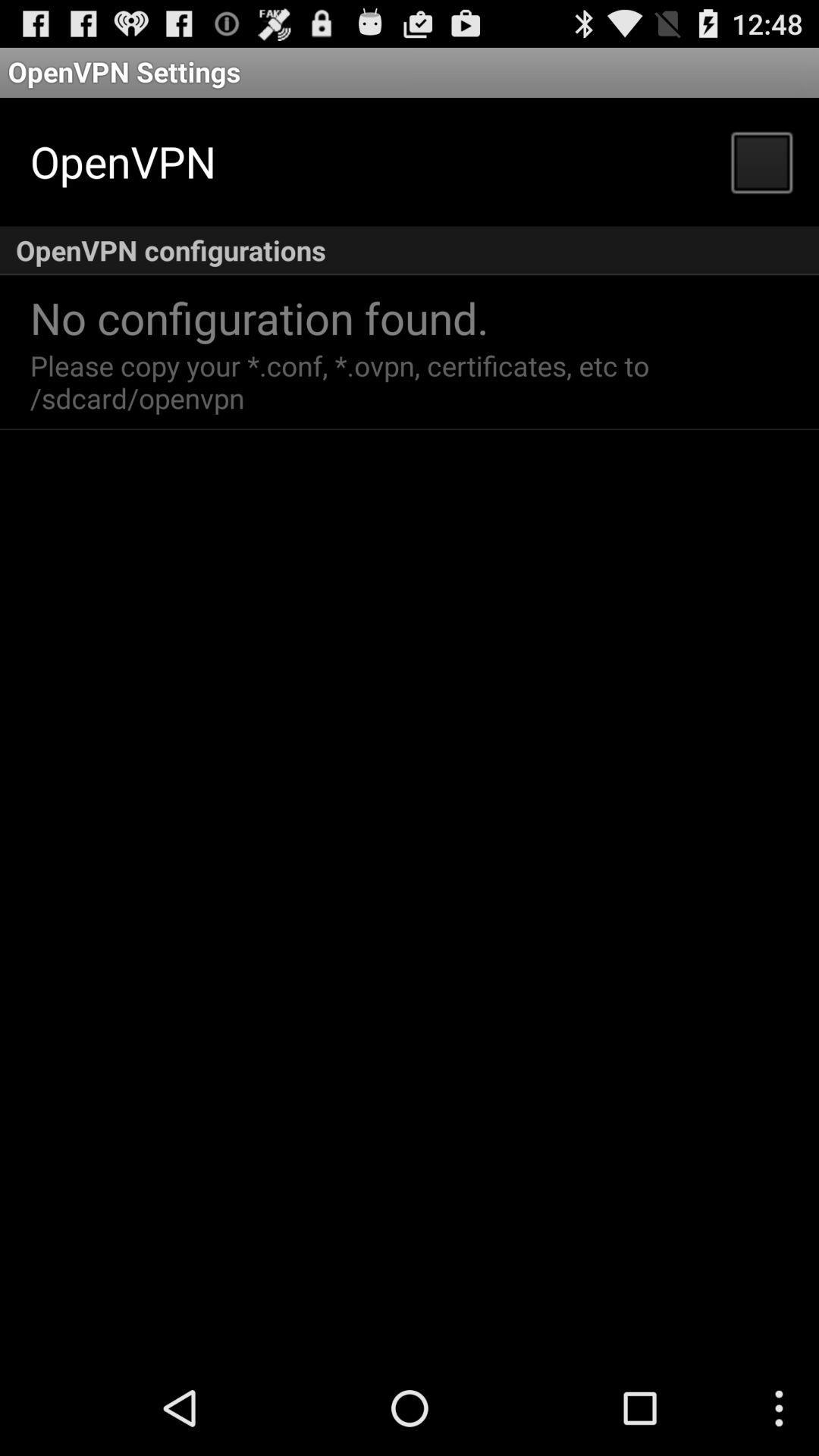 The width and height of the screenshot is (819, 1456). I want to click on checkbox at the top right corner, so click(761, 161).